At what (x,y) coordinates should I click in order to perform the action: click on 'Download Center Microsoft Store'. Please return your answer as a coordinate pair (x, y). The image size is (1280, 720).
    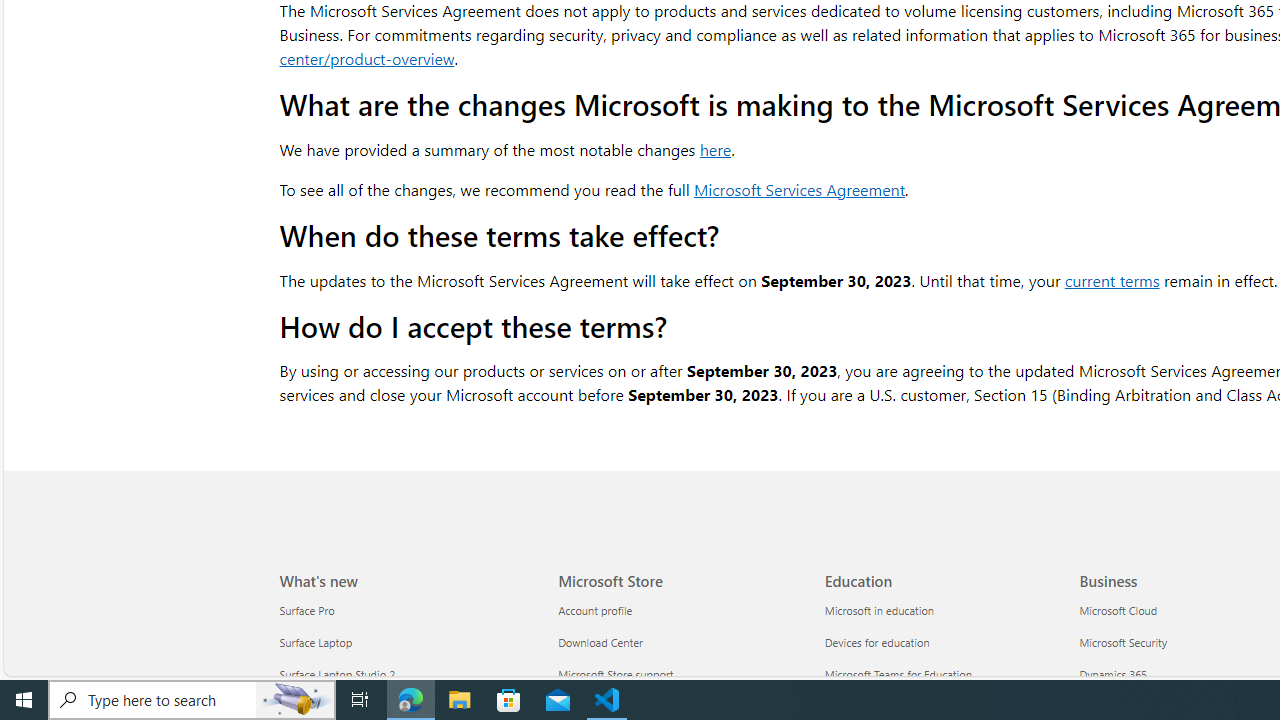
    Looking at the image, I should click on (599, 642).